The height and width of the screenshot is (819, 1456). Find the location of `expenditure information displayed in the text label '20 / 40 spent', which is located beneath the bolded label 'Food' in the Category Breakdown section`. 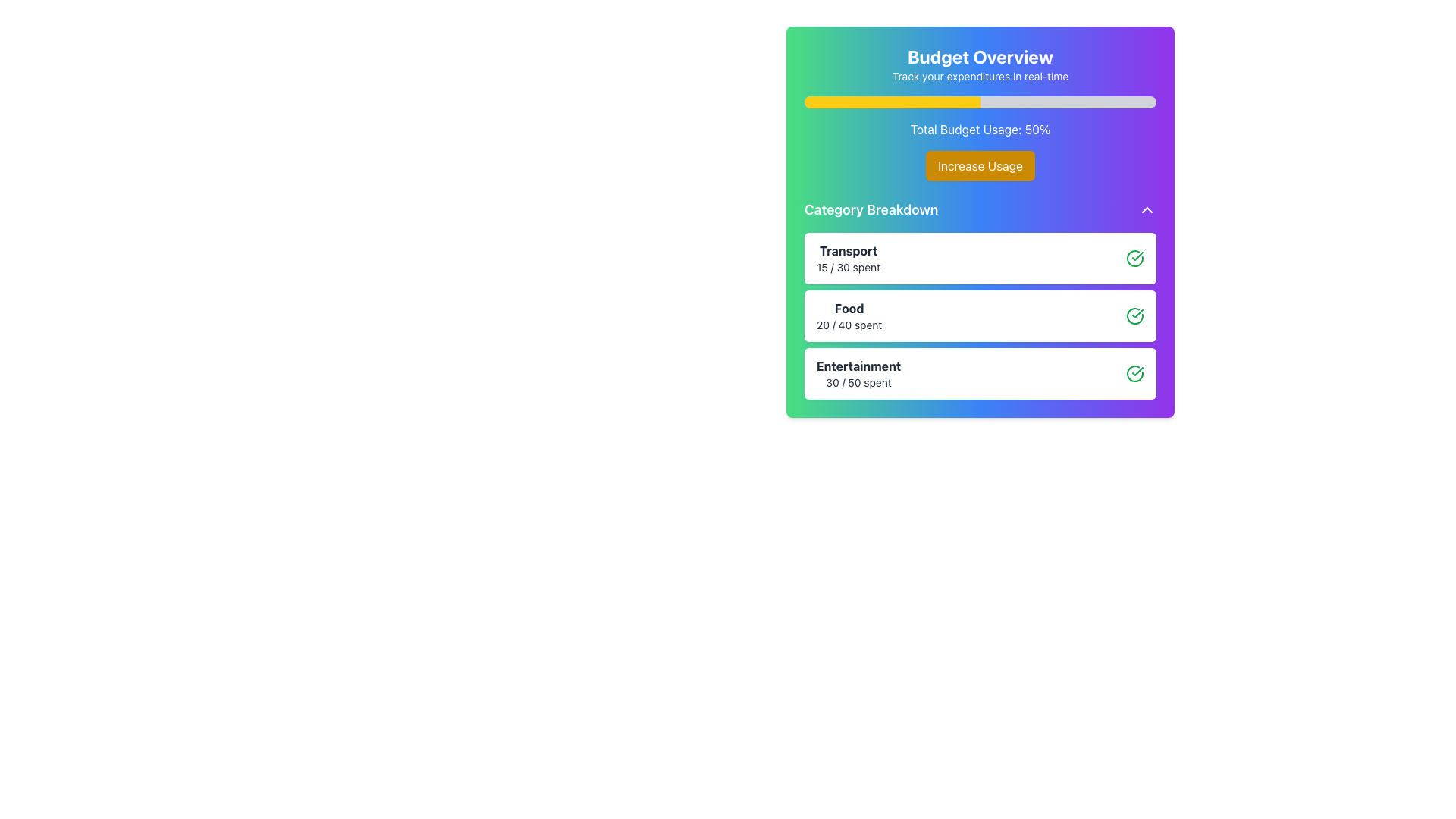

expenditure information displayed in the text label '20 / 40 spent', which is located beneath the bolded label 'Food' in the Category Breakdown section is located at coordinates (849, 324).